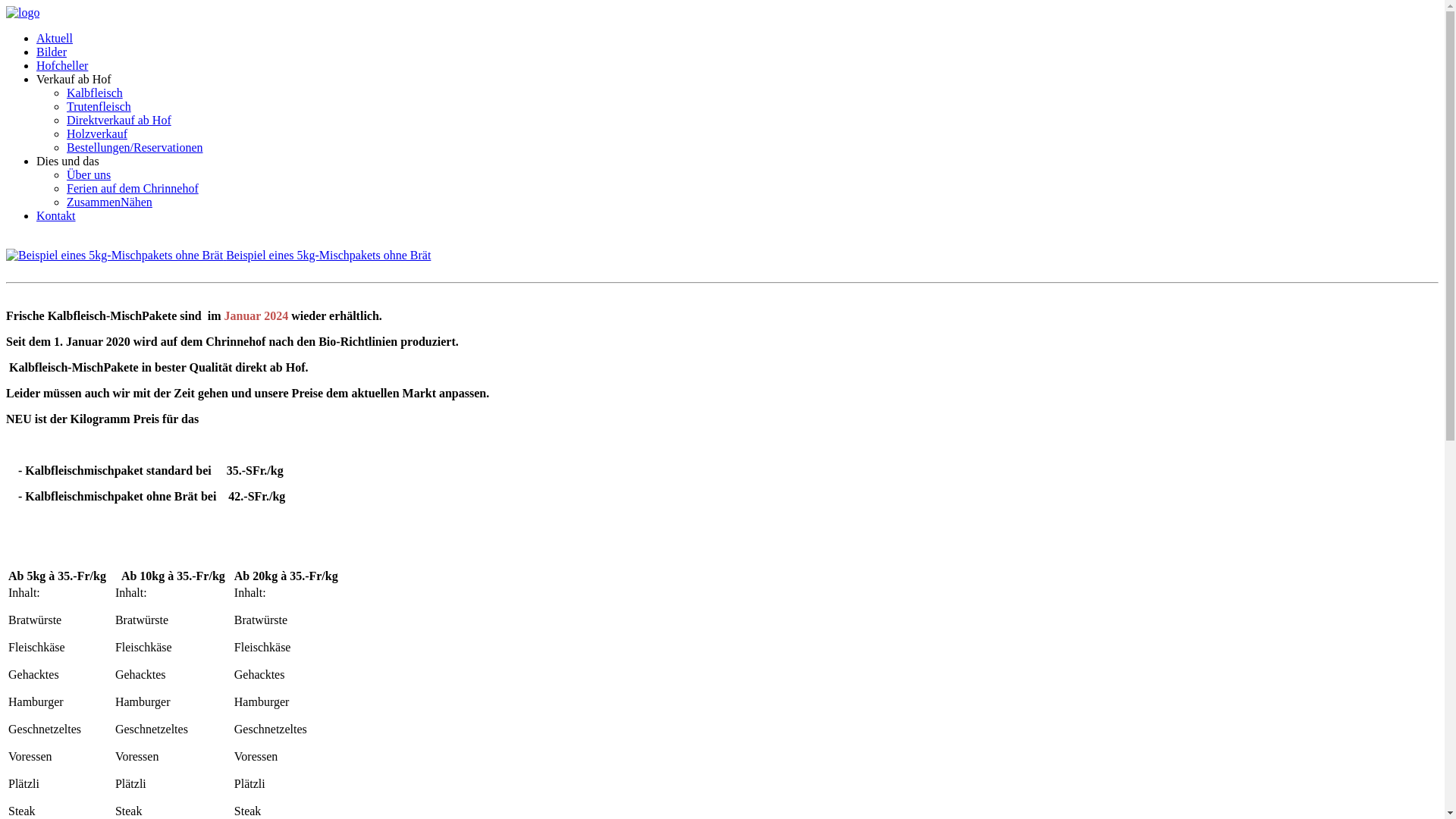 This screenshot has width=1456, height=819. I want to click on 'Trutenfleisch', so click(65, 105).